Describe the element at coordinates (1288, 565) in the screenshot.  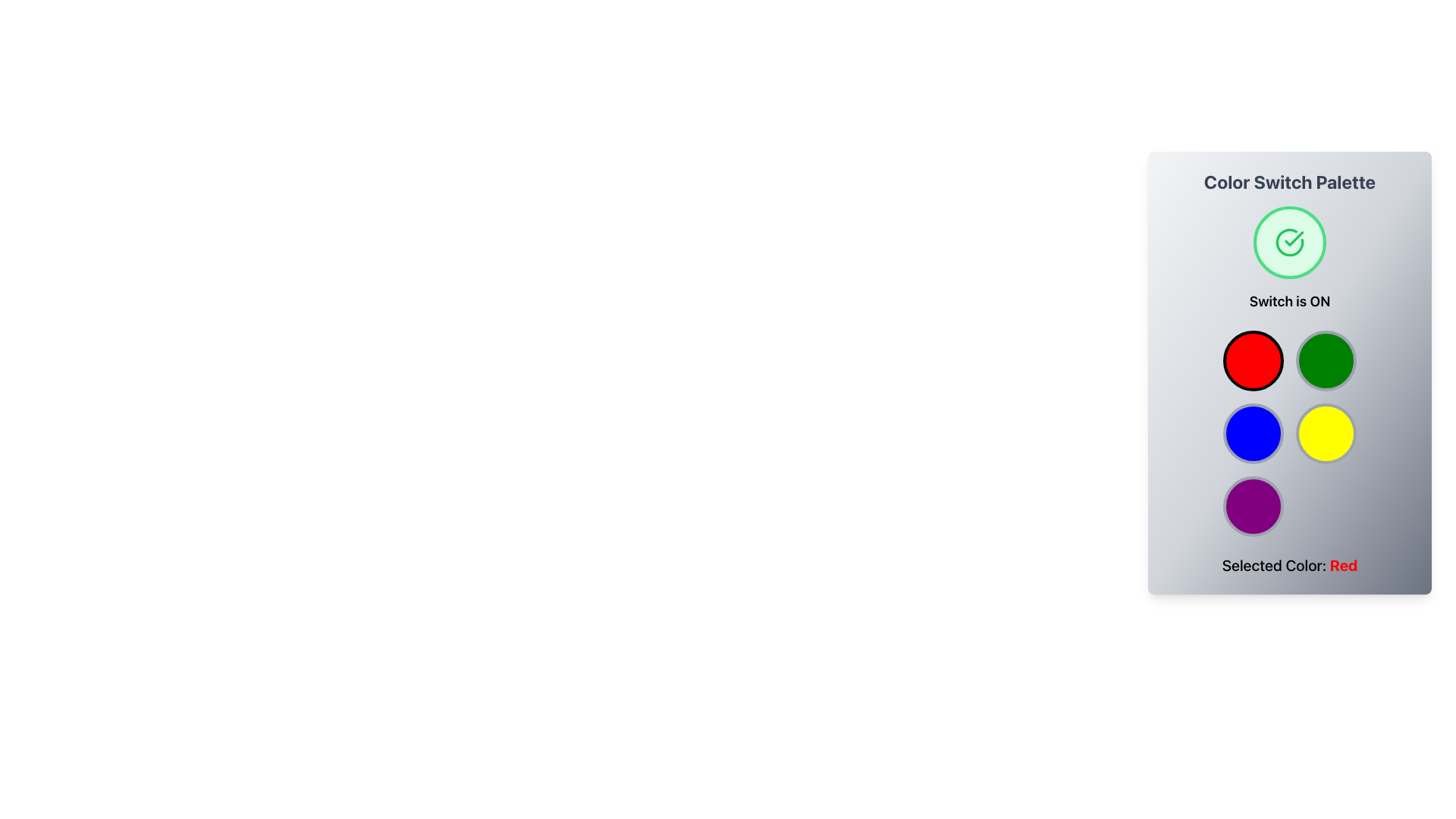
I see `text from the Text Label that informs the user about the currently selected color option, positioned below the grid of colored circles` at that location.